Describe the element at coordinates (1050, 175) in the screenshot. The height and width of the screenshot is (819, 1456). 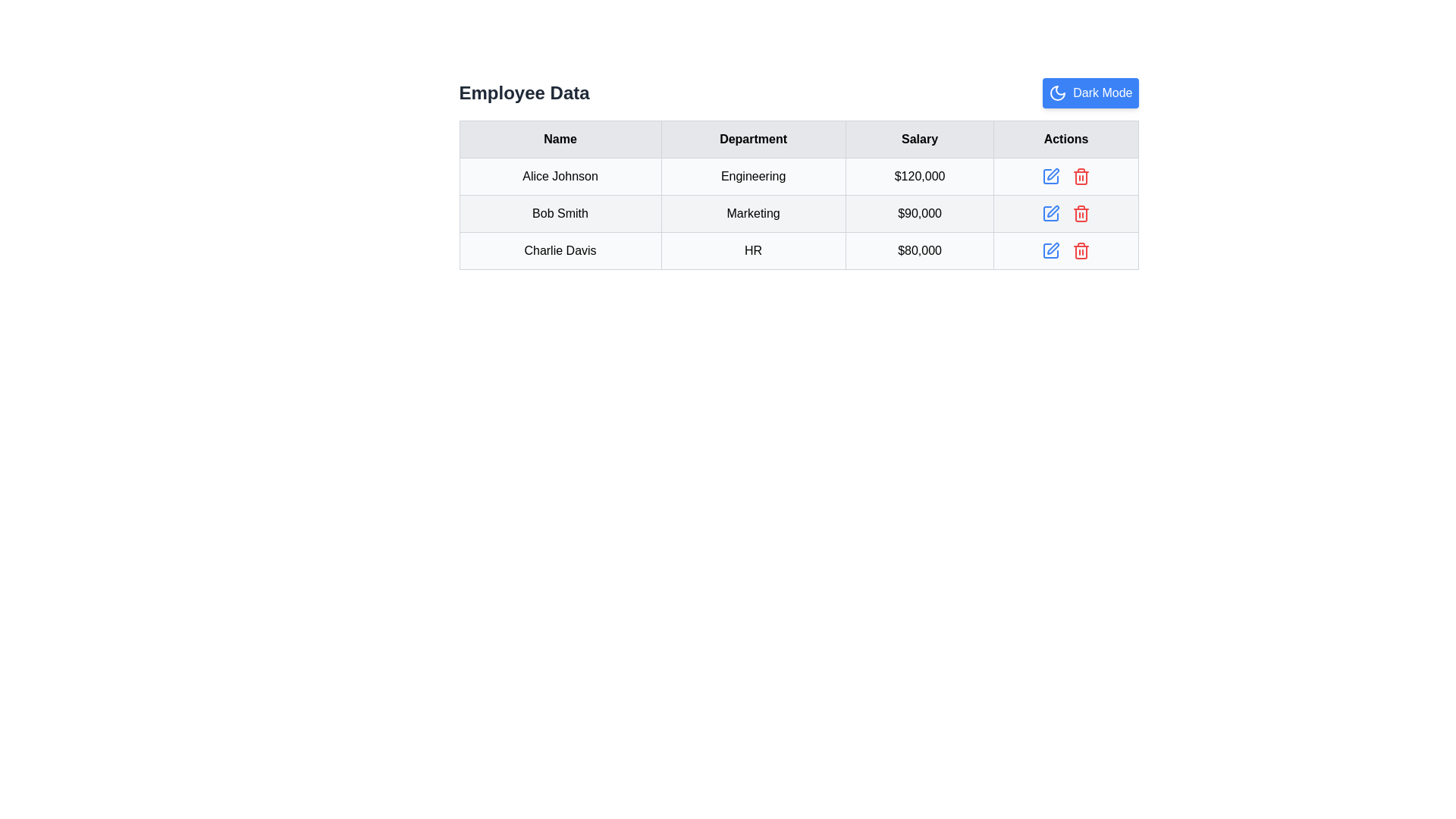
I see `the icon representing an interactive action for editing or modifying, located in the 'Actions' column of the first row next to 'Alice Johnson'` at that location.